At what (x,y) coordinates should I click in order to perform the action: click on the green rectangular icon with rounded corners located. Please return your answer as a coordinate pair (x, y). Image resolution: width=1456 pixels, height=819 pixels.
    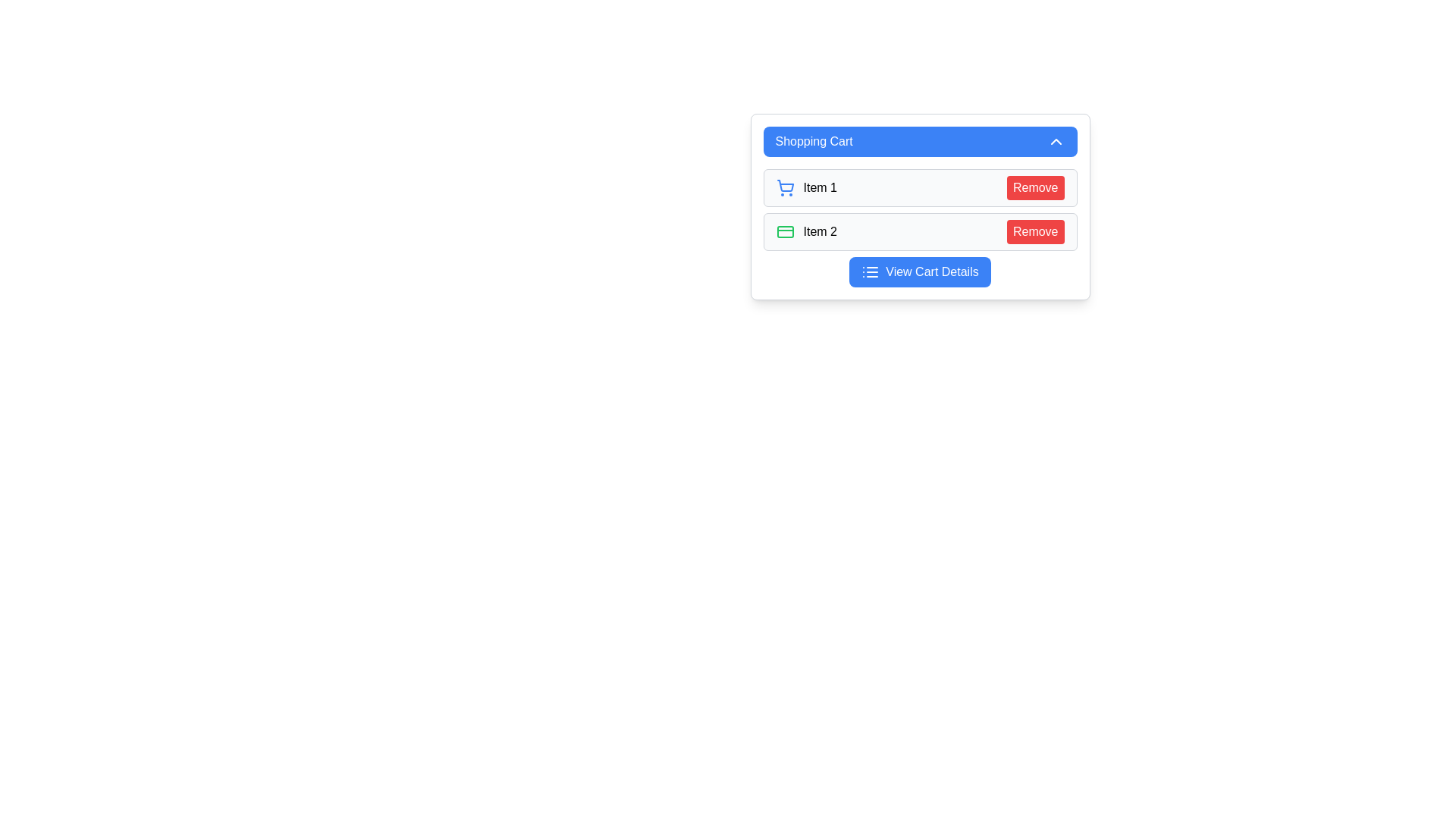
    Looking at the image, I should click on (785, 231).